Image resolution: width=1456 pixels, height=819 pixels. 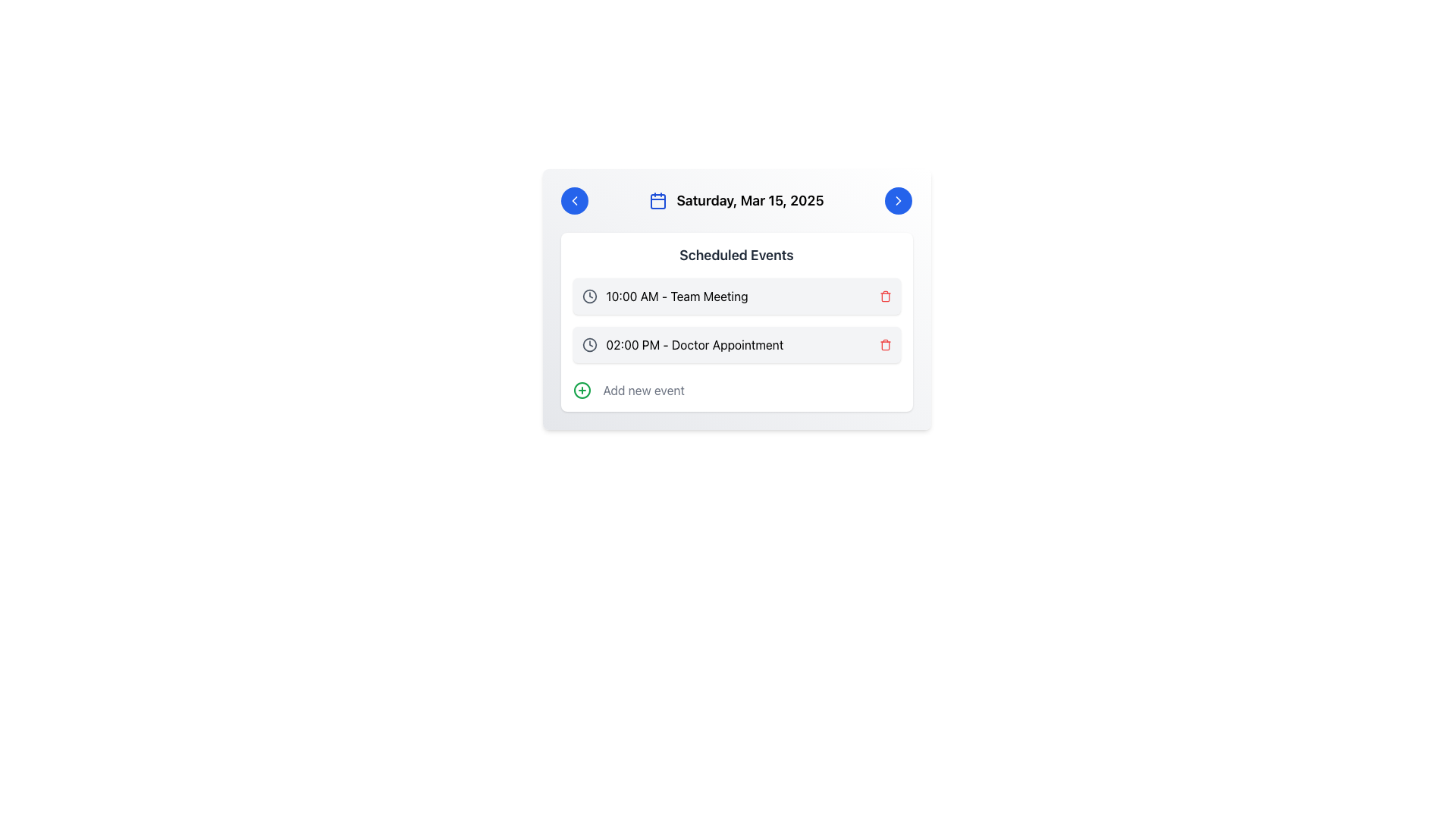 What do you see at coordinates (682, 345) in the screenshot?
I see `the 'Doctor Appointment' event in the 'Scheduled Events' section` at bounding box center [682, 345].